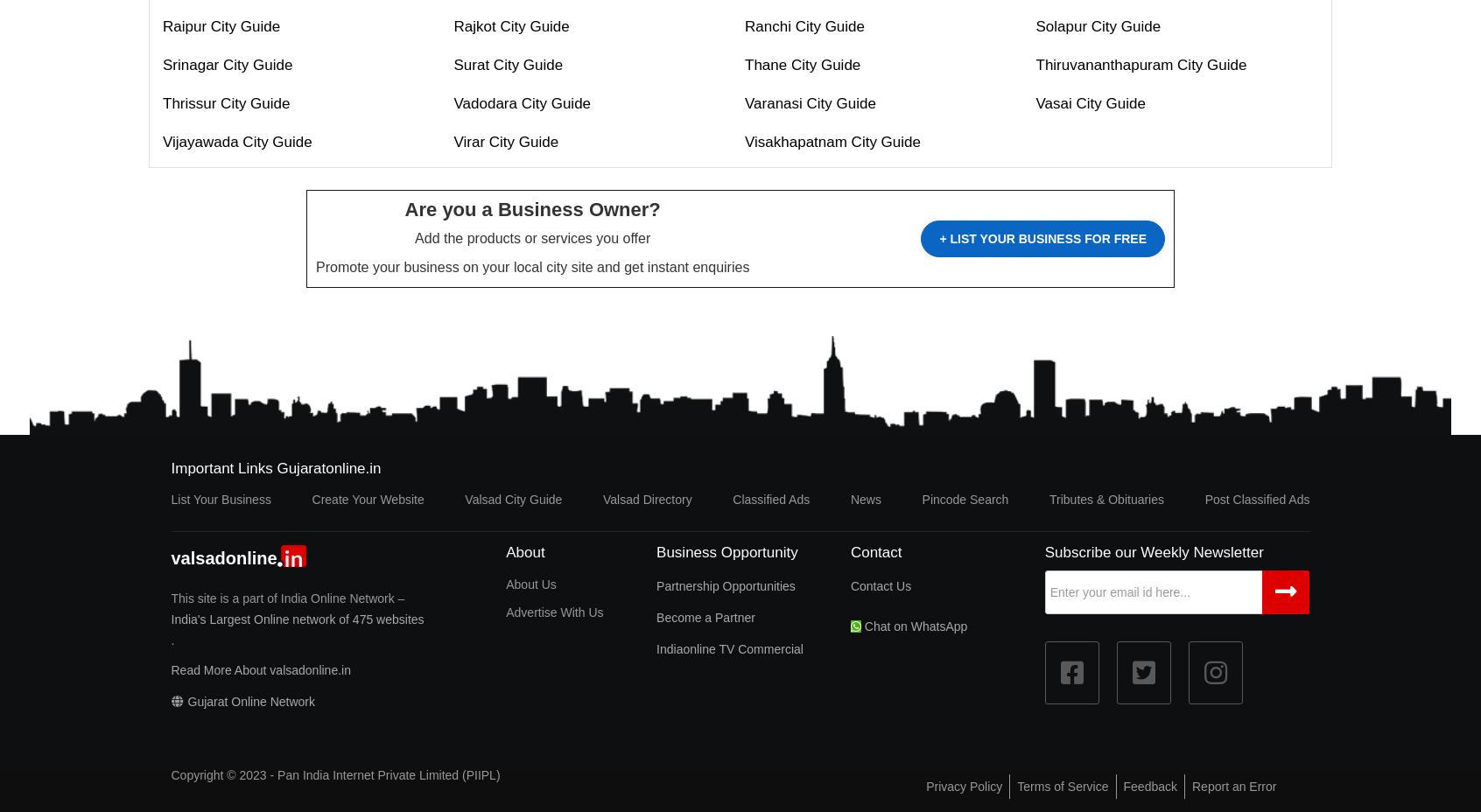 Image resolution: width=1481 pixels, height=812 pixels. What do you see at coordinates (259, 668) in the screenshot?
I see `'Read  More About valsadonline.in'` at bounding box center [259, 668].